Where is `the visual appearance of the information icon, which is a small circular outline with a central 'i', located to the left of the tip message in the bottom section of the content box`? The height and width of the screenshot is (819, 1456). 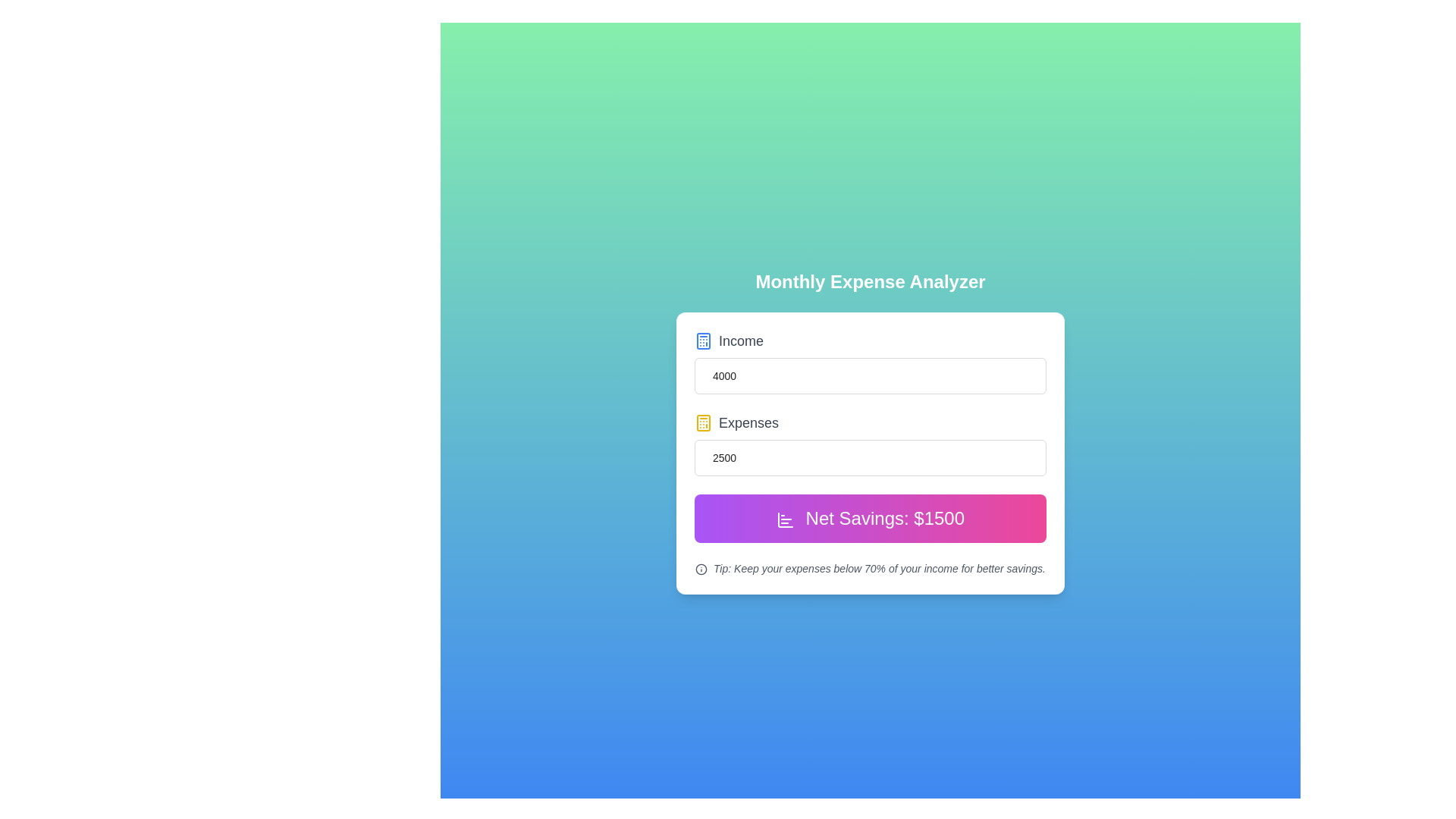
the visual appearance of the information icon, which is a small circular outline with a central 'i', located to the left of the tip message in the bottom section of the content box is located at coordinates (701, 570).